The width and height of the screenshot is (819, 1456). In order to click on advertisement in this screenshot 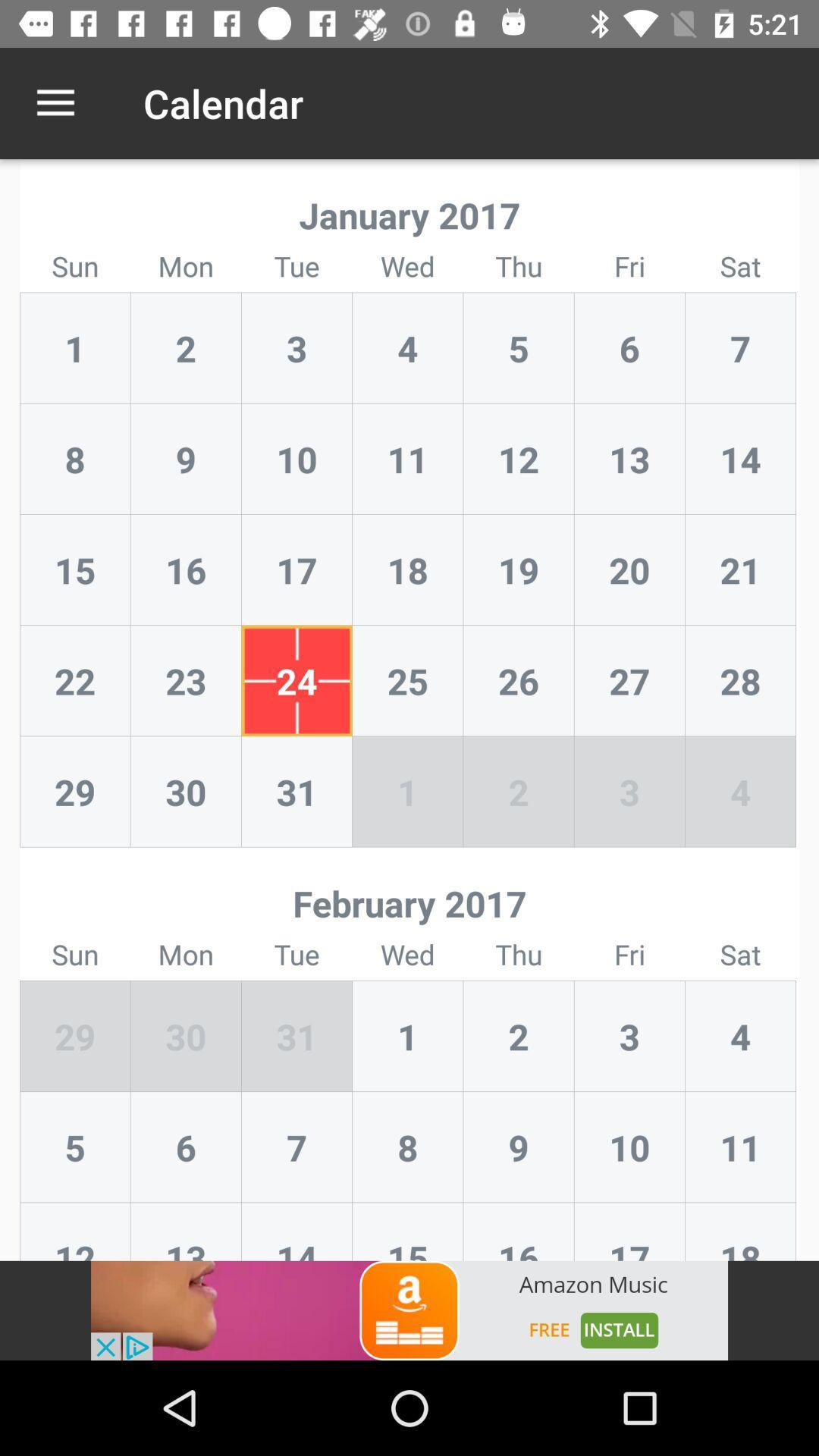, I will do `click(409, 1310)`.